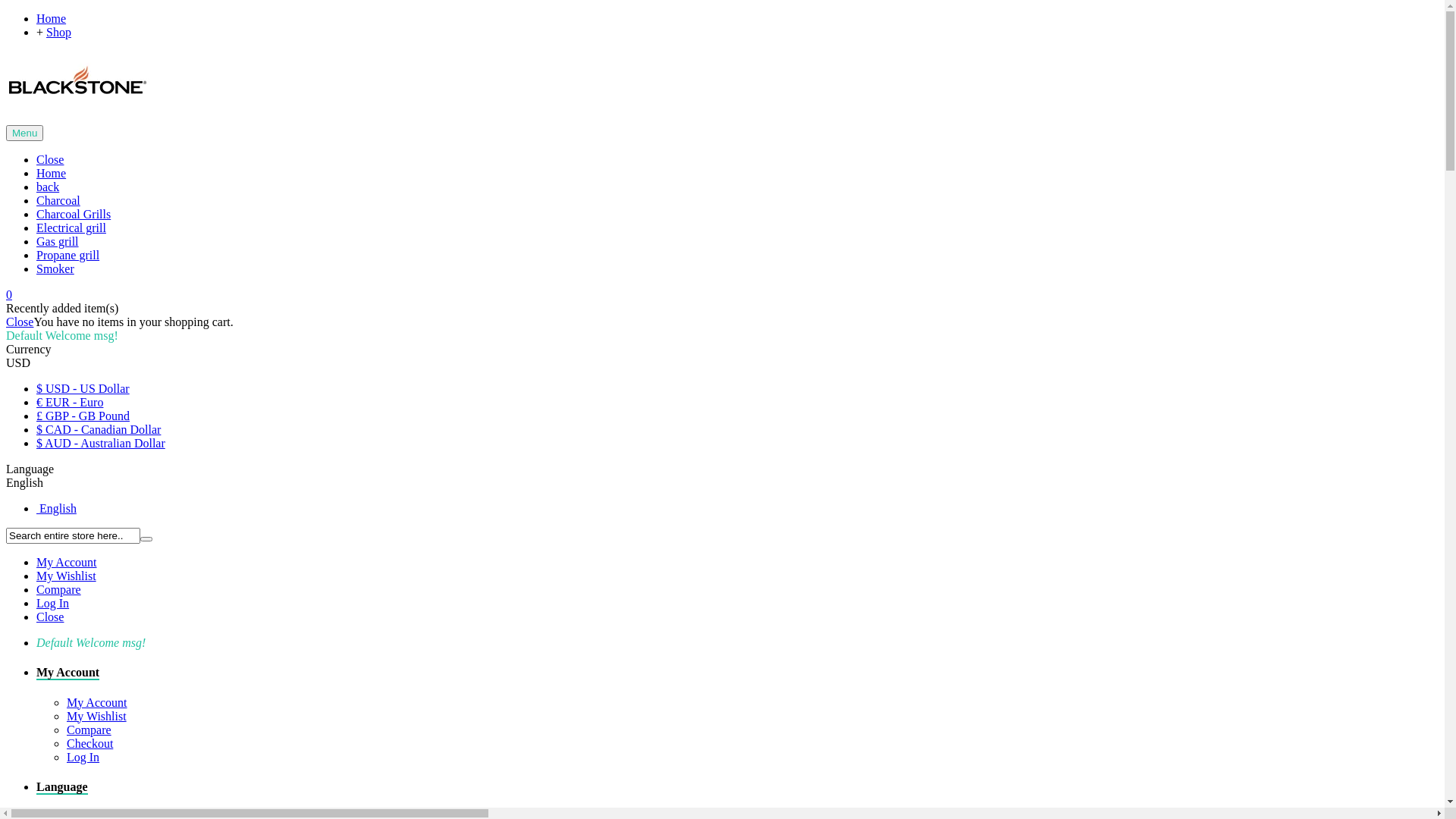 Image resolution: width=1456 pixels, height=819 pixels. Describe the element at coordinates (24, 482) in the screenshot. I see `'English'` at that location.